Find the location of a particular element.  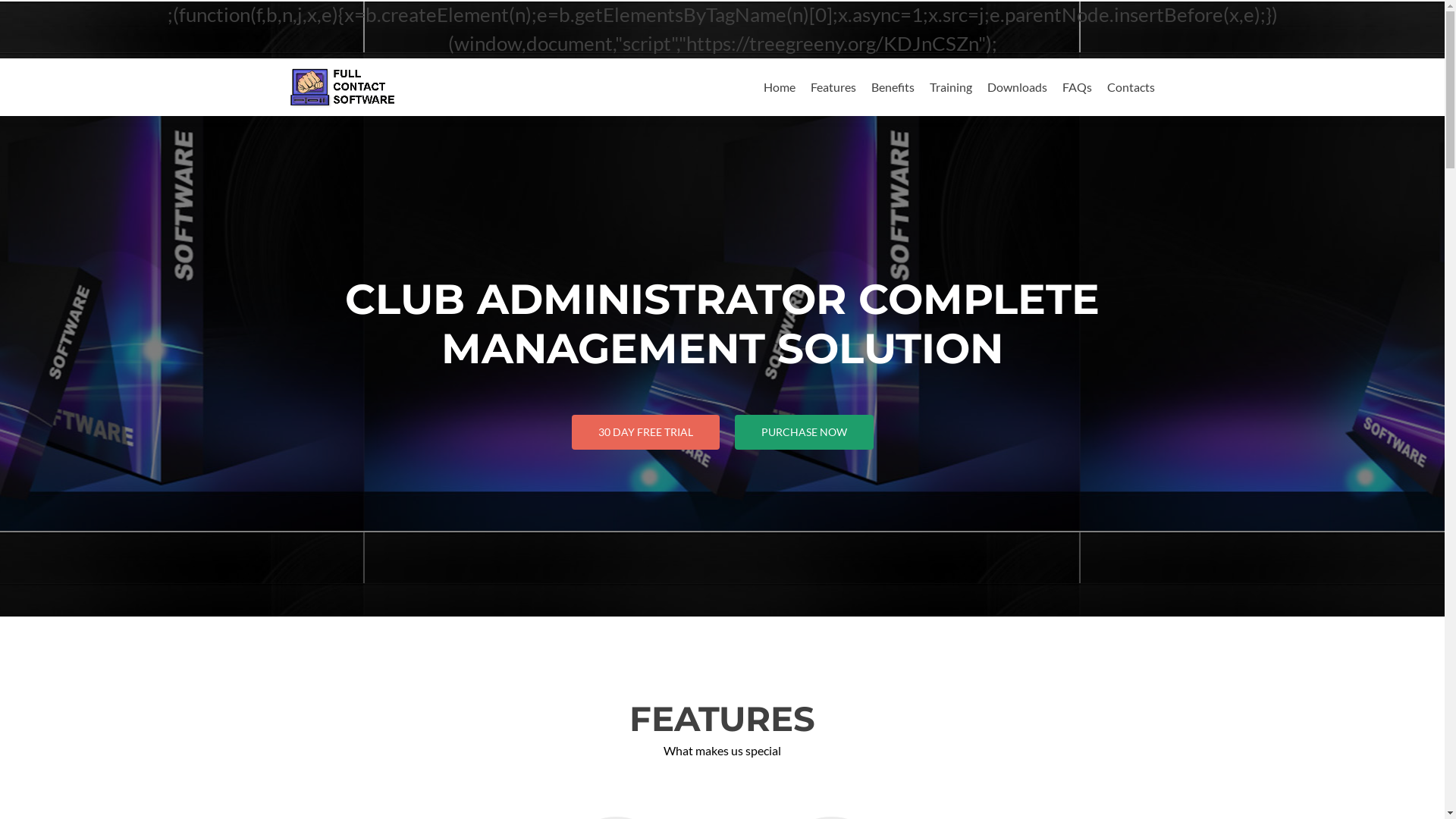

'30 DAY FREE TRIAL' is located at coordinates (645, 432).